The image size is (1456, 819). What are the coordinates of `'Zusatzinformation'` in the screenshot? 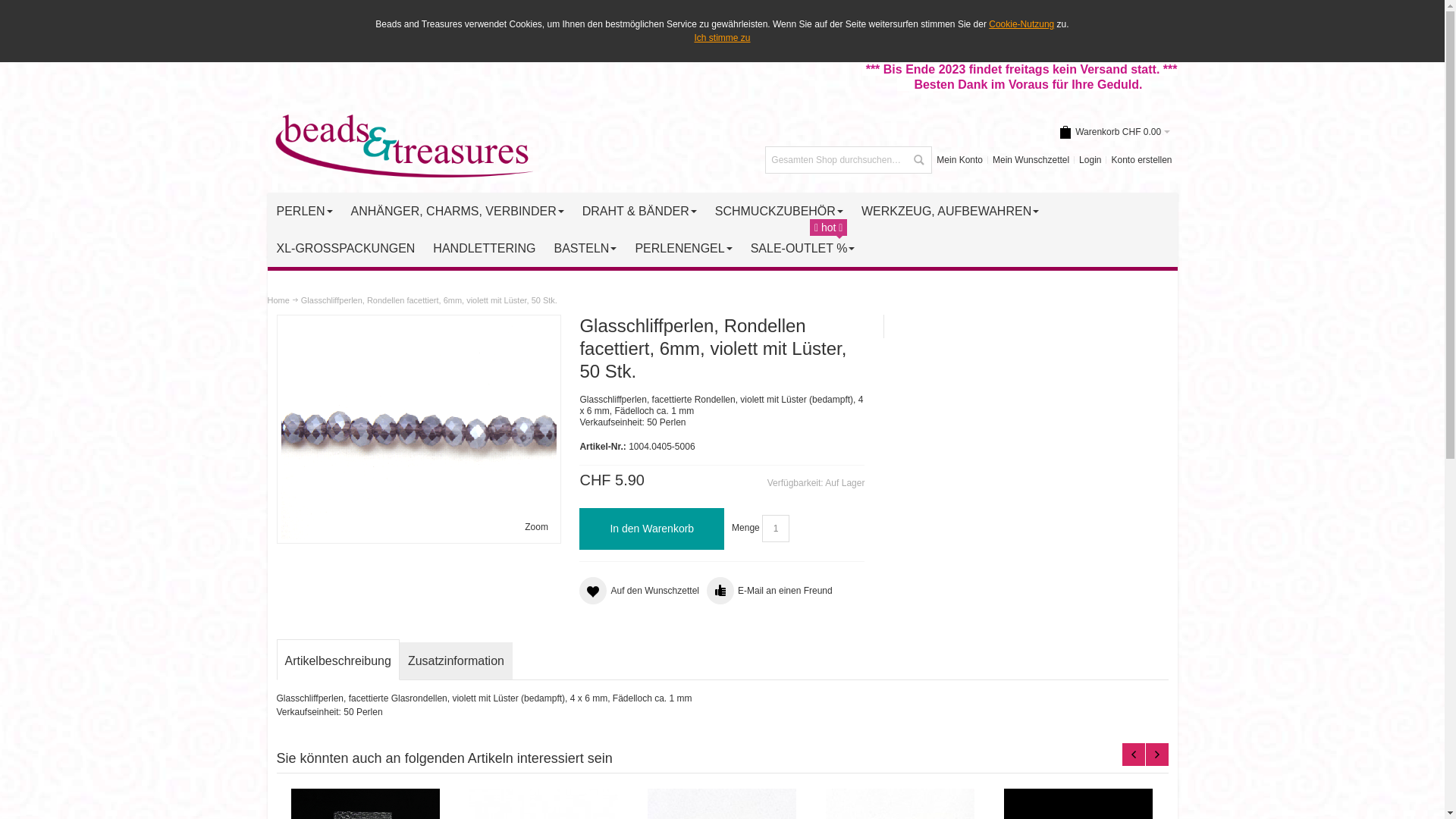 It's located at (455, 660).